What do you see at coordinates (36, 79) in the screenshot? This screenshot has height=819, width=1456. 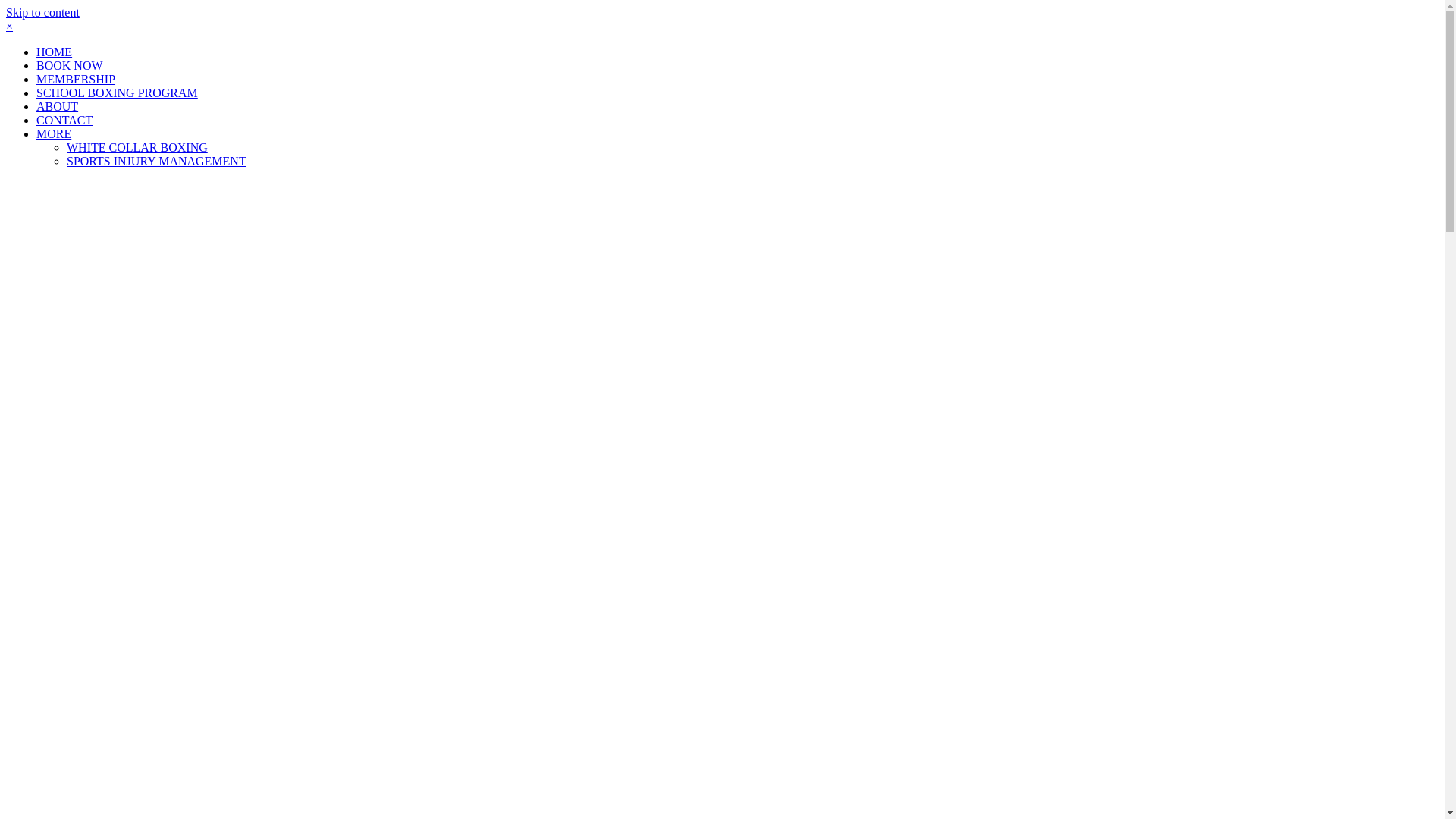 I see `'MEMBERSHIP'` at bounding box center [36, 79].